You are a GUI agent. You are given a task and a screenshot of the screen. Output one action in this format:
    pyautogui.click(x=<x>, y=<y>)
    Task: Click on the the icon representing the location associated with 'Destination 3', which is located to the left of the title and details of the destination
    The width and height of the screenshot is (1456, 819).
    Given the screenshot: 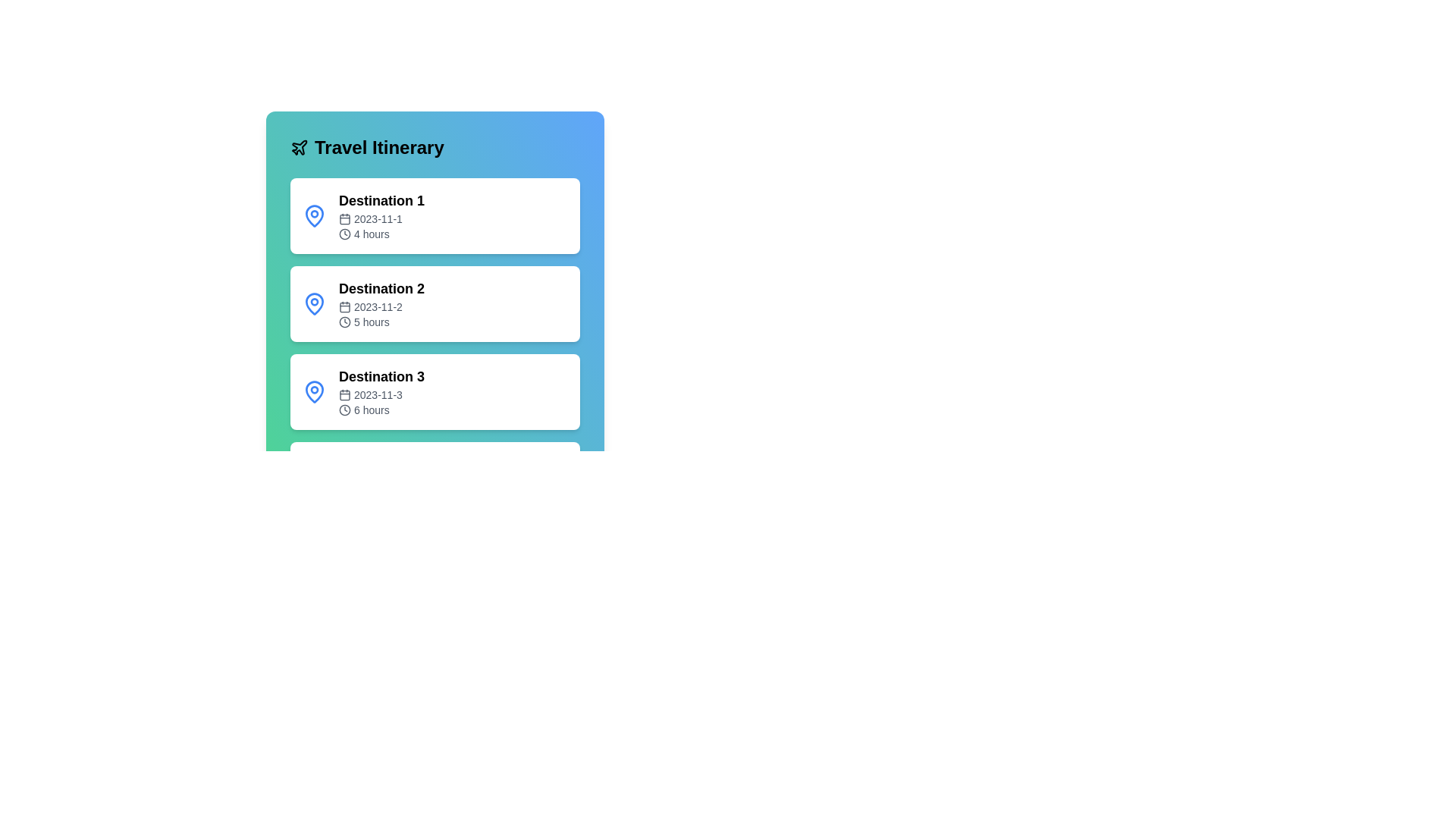 What is the action you would take?
    pyautogui.click(x=313, y=391)
    